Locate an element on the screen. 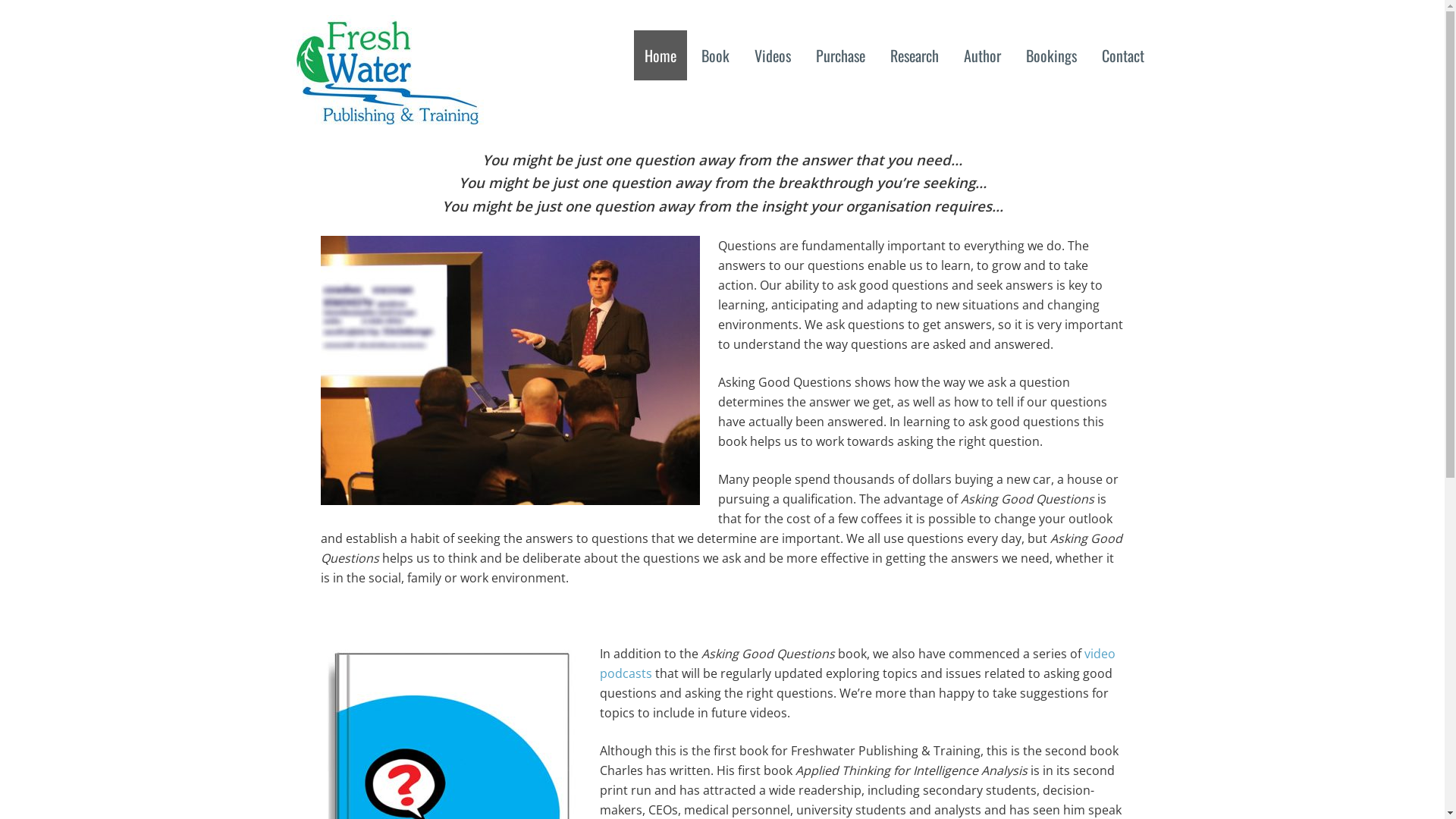  'Research' is located at coordinates (880, 55).